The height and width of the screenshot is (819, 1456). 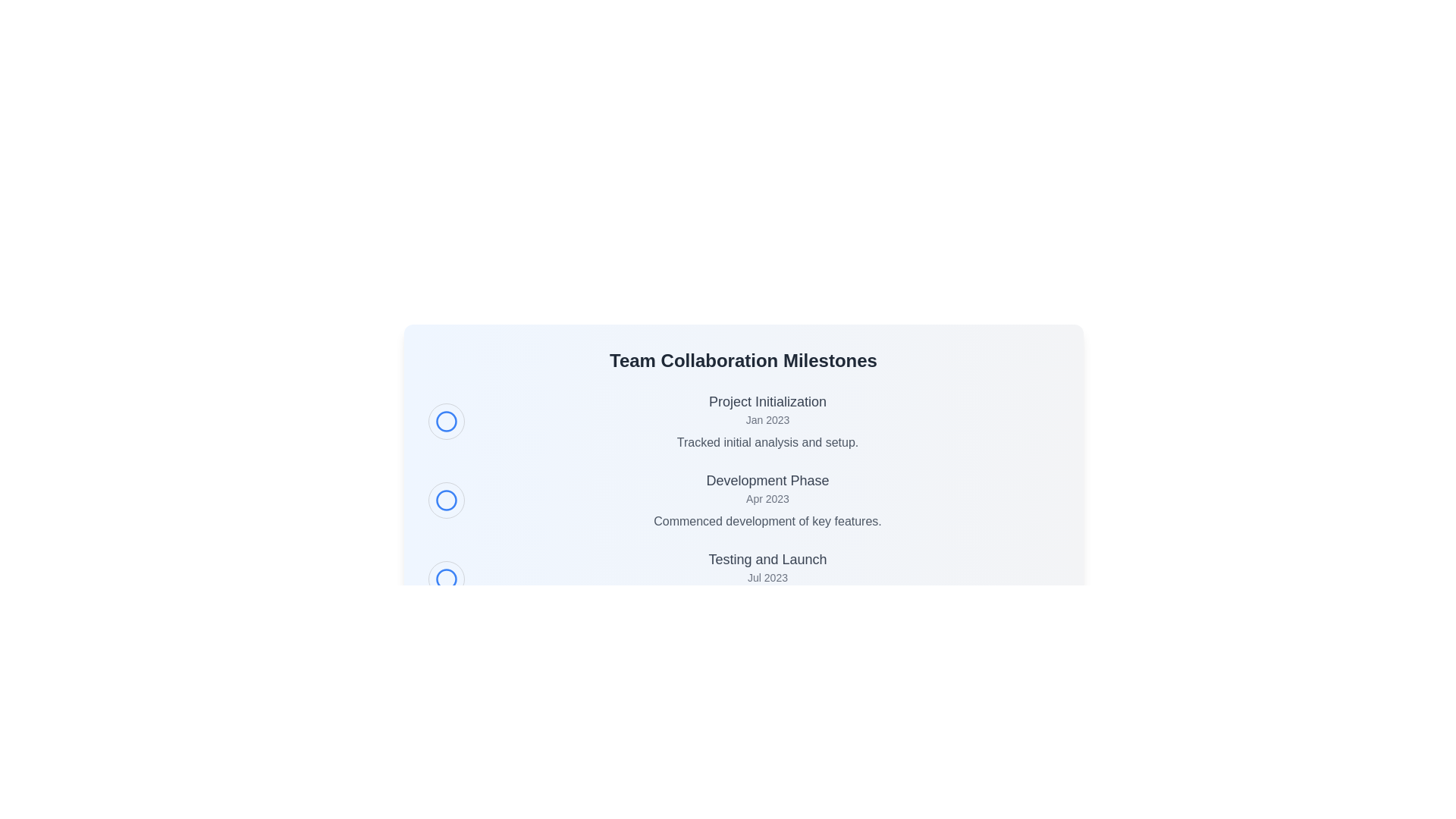 What do you see at coordinates (743, 579) in the screenshot?
I see `textual content of the Timeline Milestone Item titled 'Testing and Launch' with the date 'Jul 2023' and description 'Completed thorough tests and initiated rollout.'` at bounding box center [743, 579].